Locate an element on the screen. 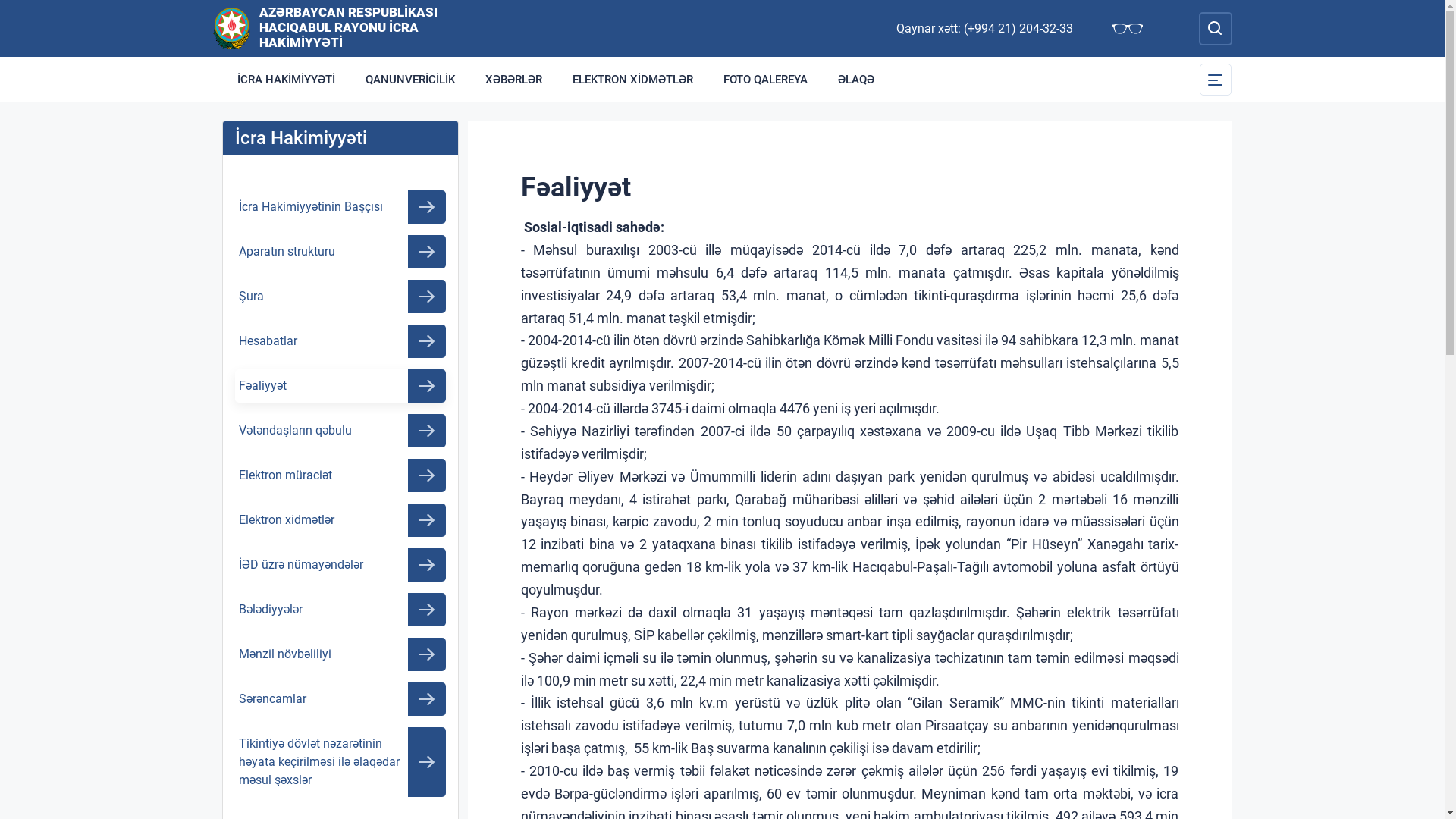 The width and height of the screenshot is (1456, 819). 'FOTO QALEREYA' is located at coordinates (765, 79).